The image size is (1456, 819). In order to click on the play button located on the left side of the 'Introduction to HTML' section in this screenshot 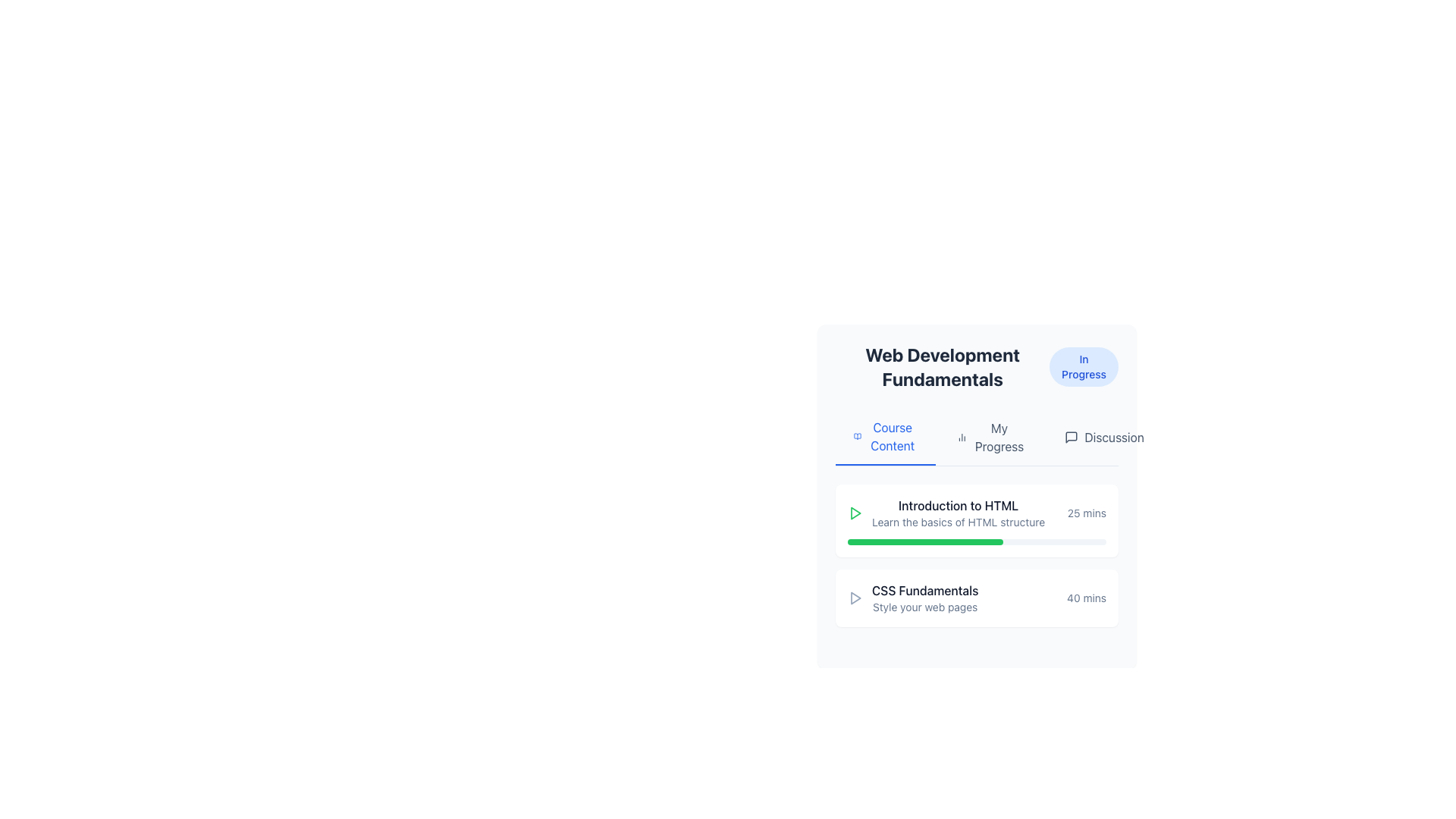, I will do `click(855, 513)`.